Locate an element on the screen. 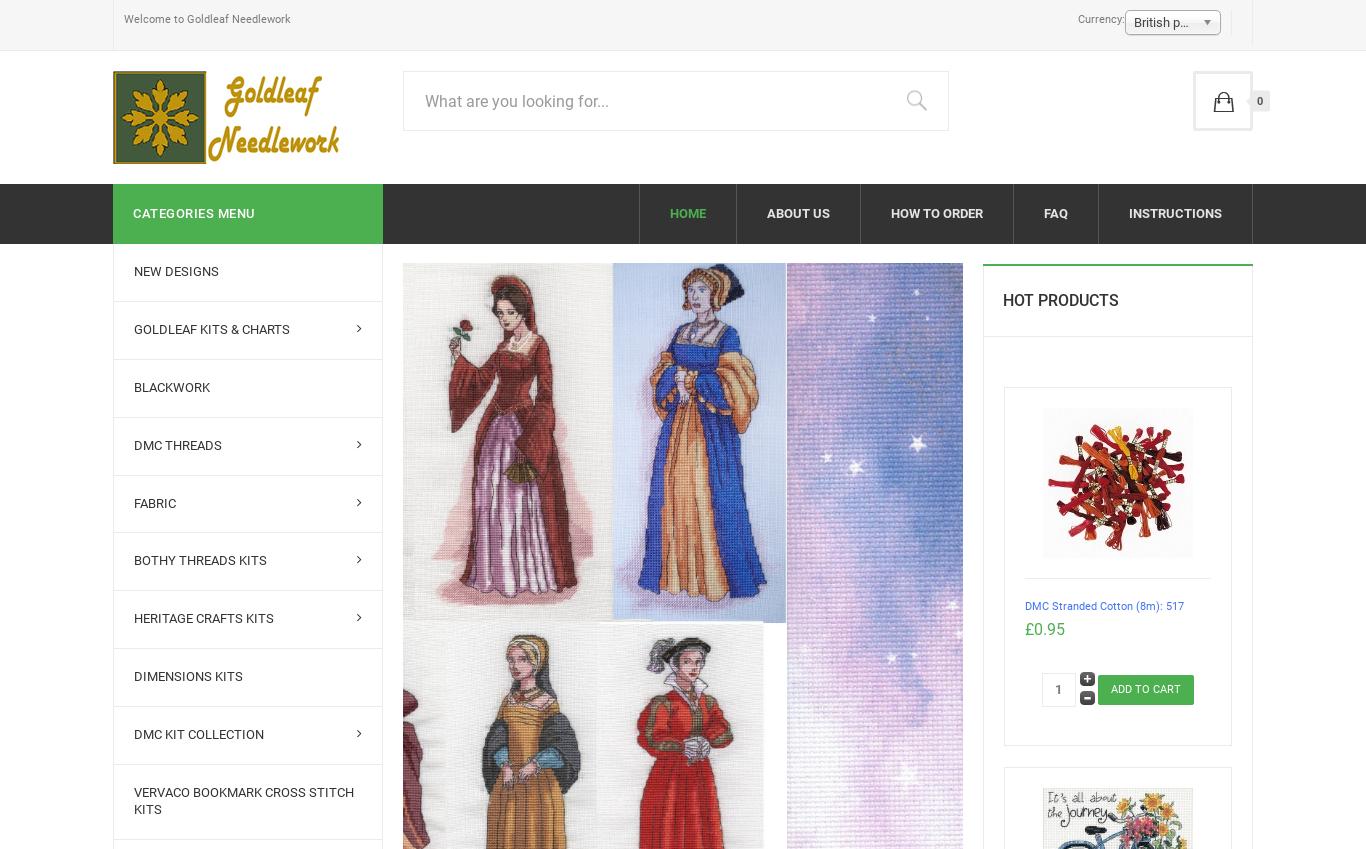  'Currency:' is located at coordinates (1075, 18).